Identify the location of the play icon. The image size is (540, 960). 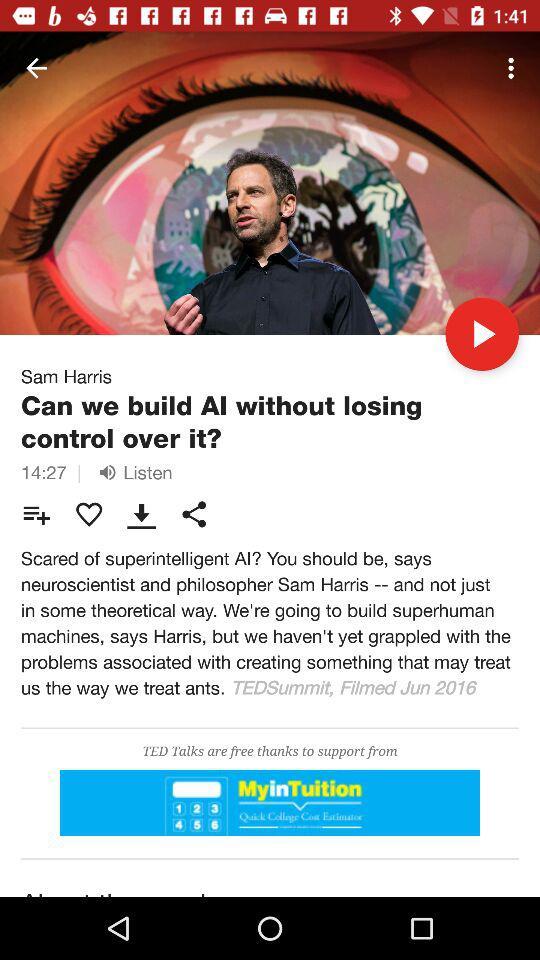
(481, 334).